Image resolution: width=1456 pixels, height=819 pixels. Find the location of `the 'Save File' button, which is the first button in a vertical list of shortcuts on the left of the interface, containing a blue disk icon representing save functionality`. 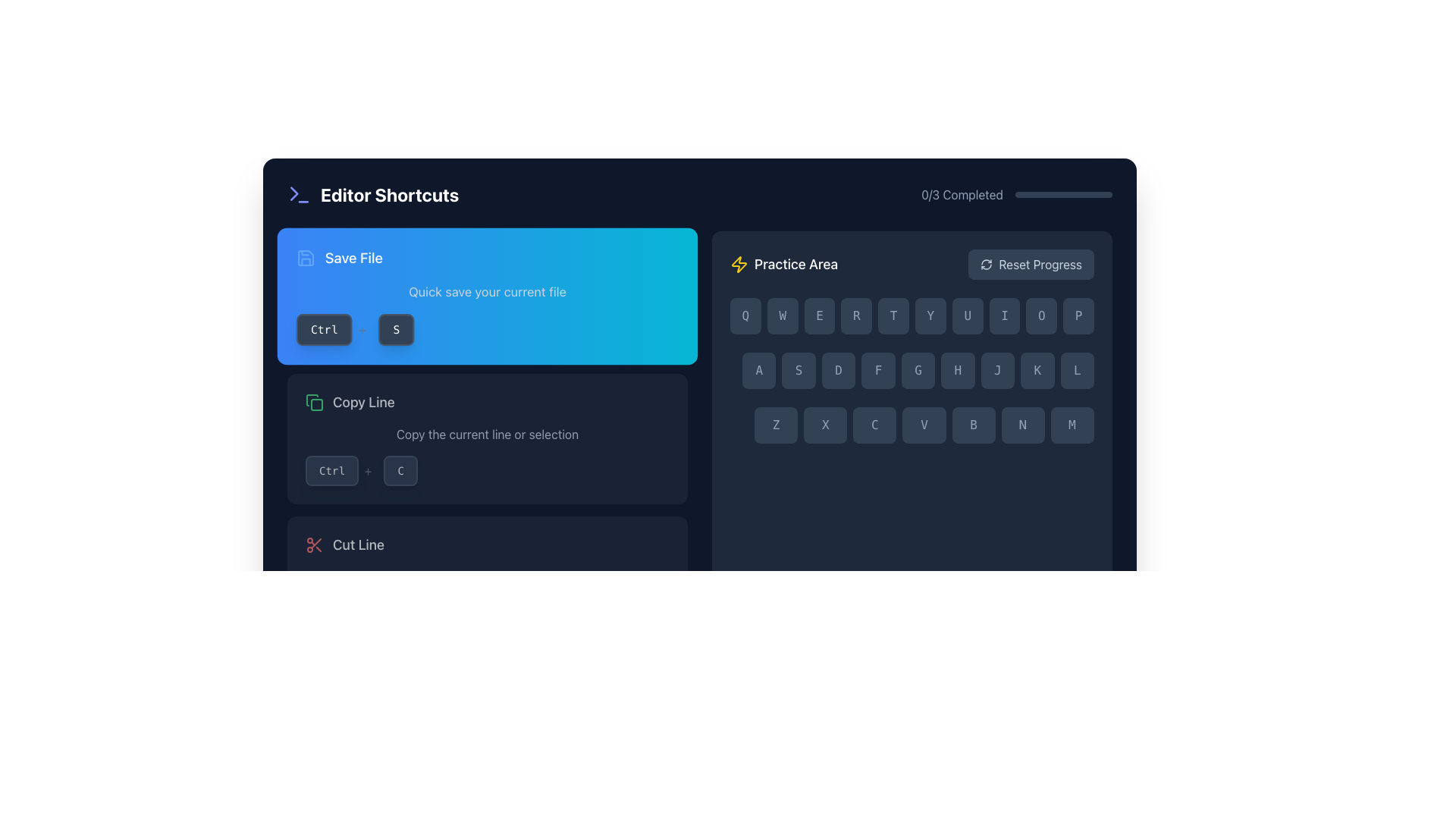

the 'Save File' button, which is the first button in a vertical list of shortcuts on the left of the interface, containing a blue disk icon representing save functionality is located at coordinates (305, 257).